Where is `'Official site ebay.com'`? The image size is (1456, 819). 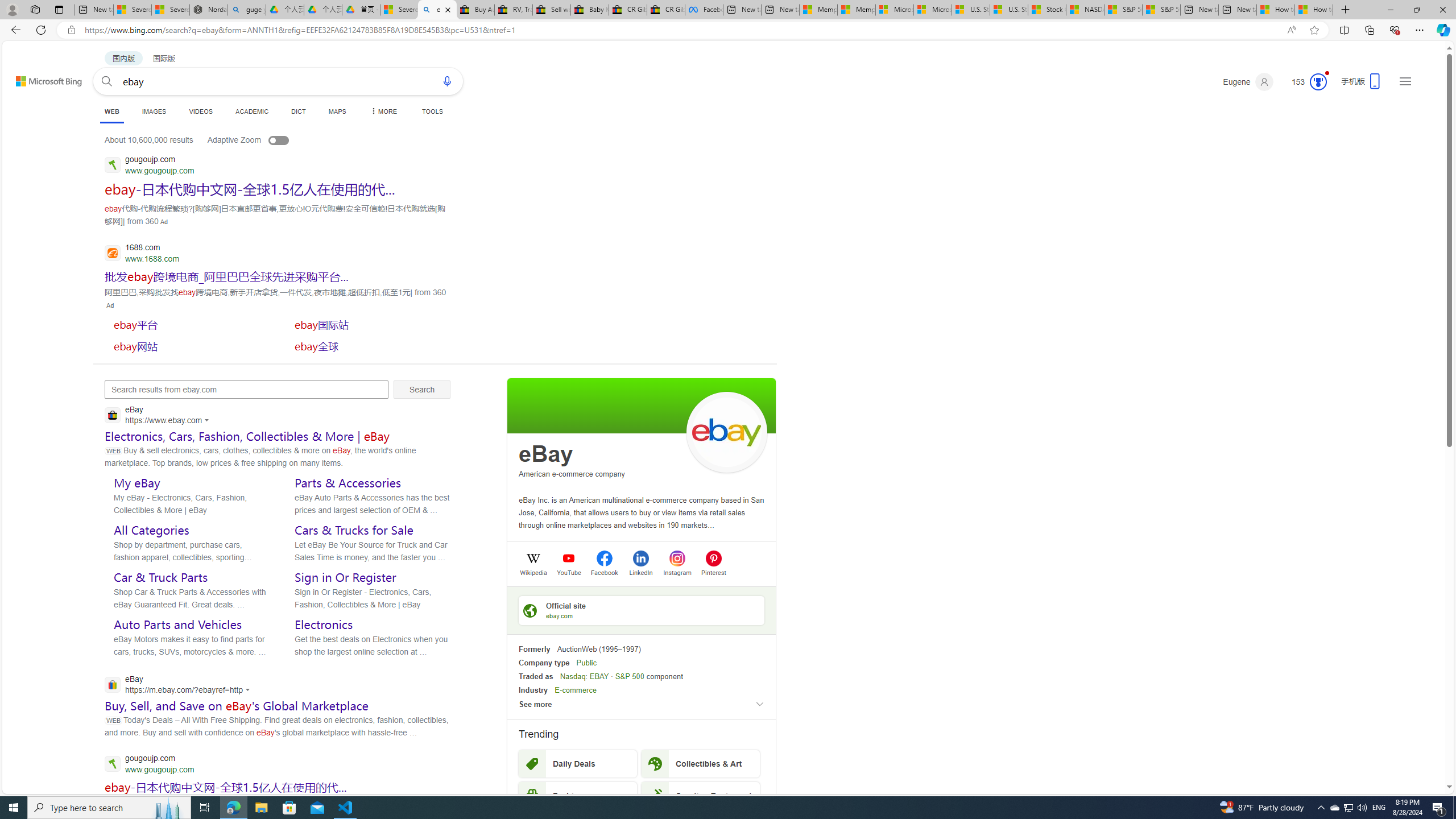
'Official site ebay.com' is located at coordinates (640, 610).